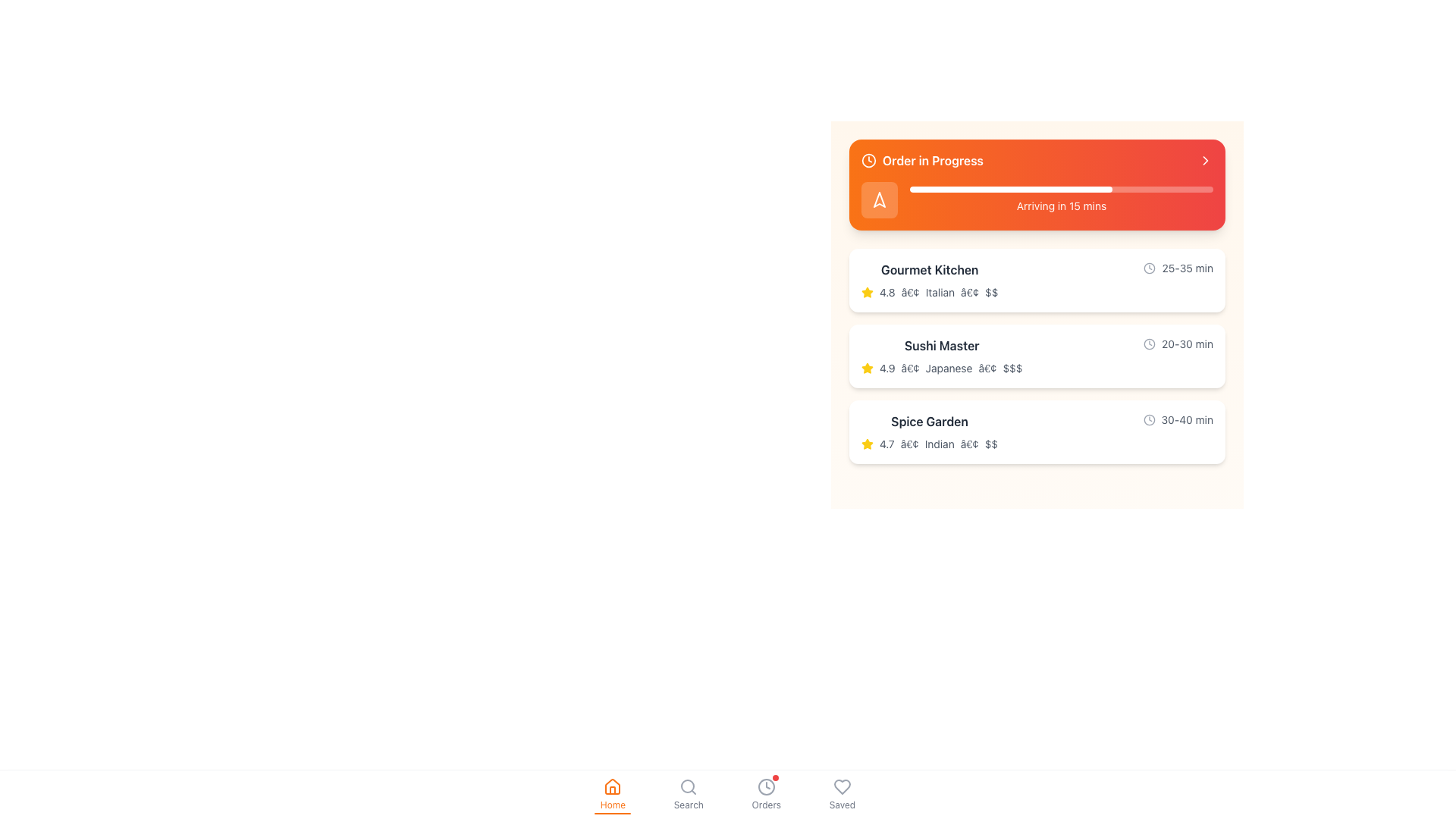  Describe the element at coordinates (910, 369) in the screenshot. I see `the second bullet point symbol that serves as a separator between the text '4.9' and 'Japanese'` at that location.